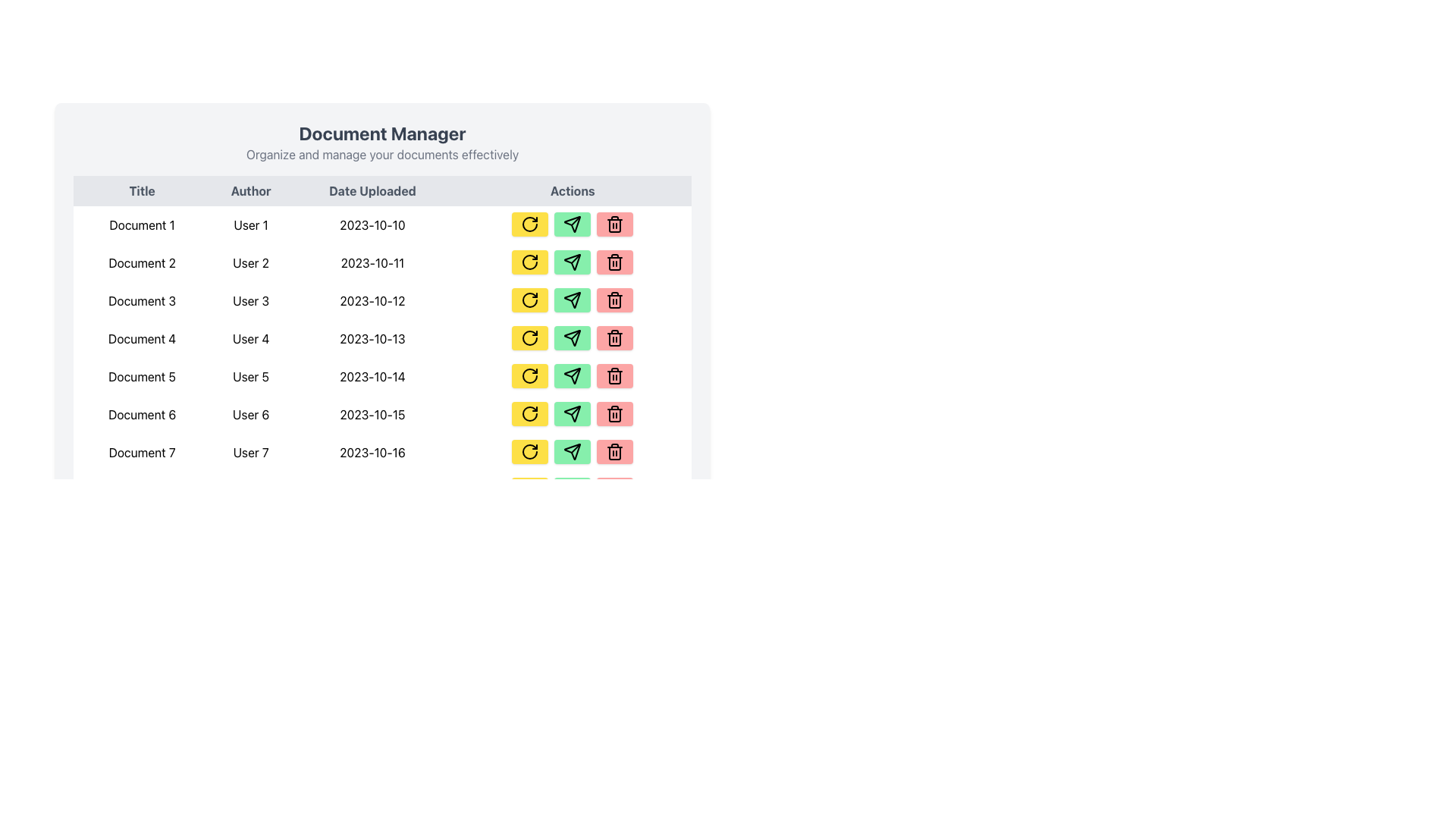  I want to click on the button to initiate sending or submission actions related to the document in the row for 'Document 3' uploaded on '2023-10-12'. This button is the second item under the 'Actions' column, so click(572, 300).